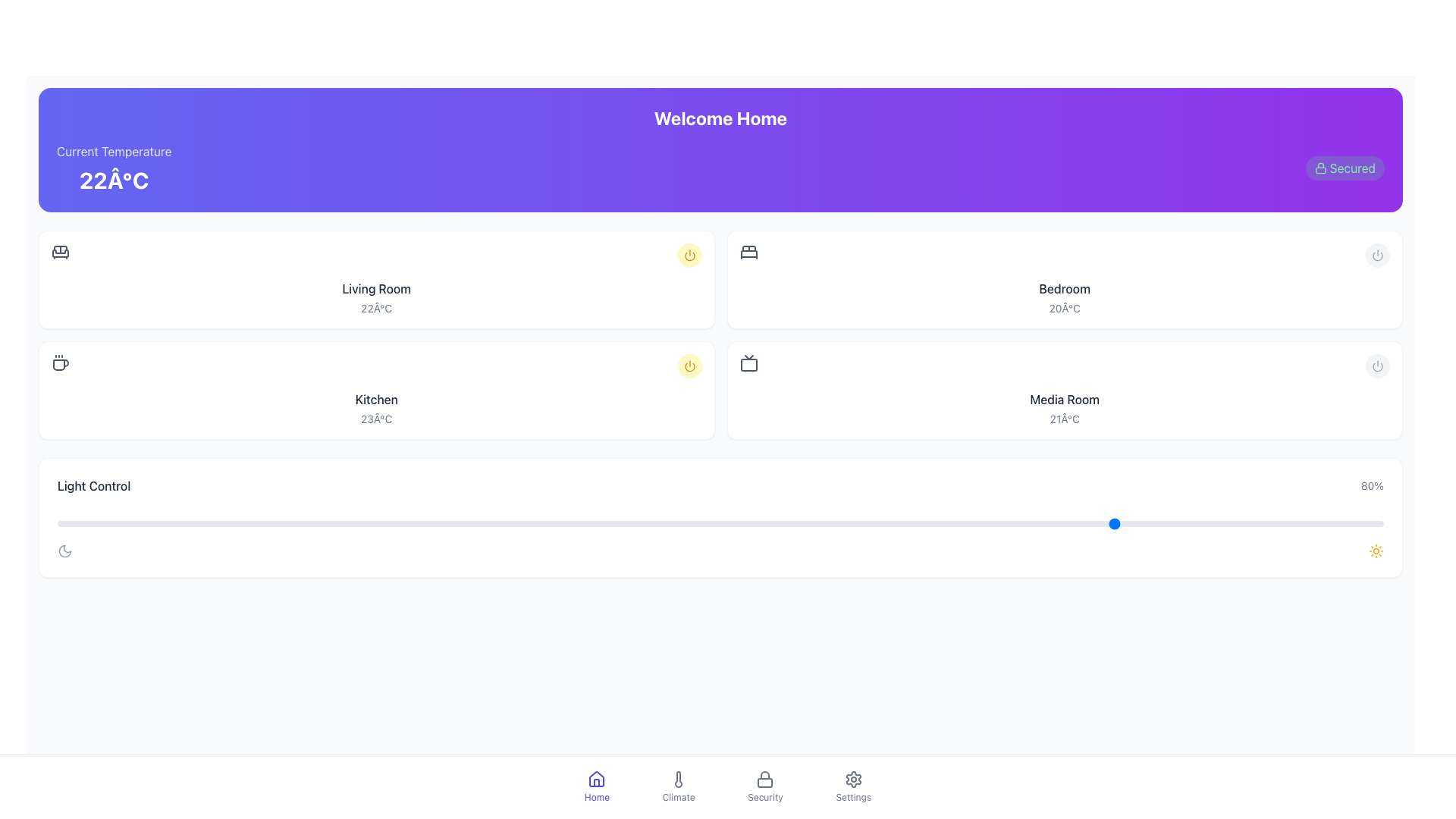  I want to click on top portion of the padlock icon located in the top-right corner of the header section, which signifies security or access control functionality, so click(765, 775).